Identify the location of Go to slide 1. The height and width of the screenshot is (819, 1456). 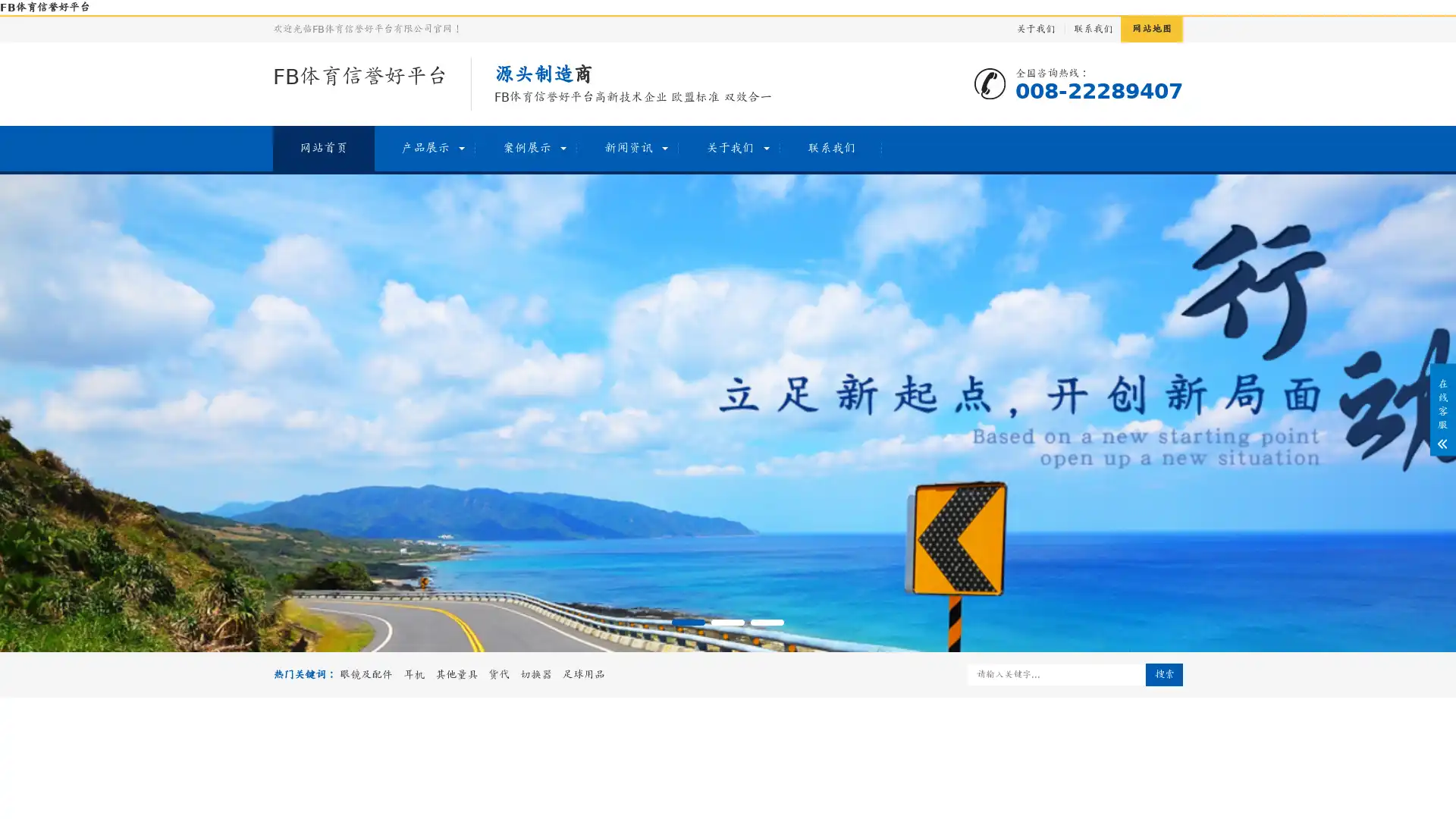
(687, 623).